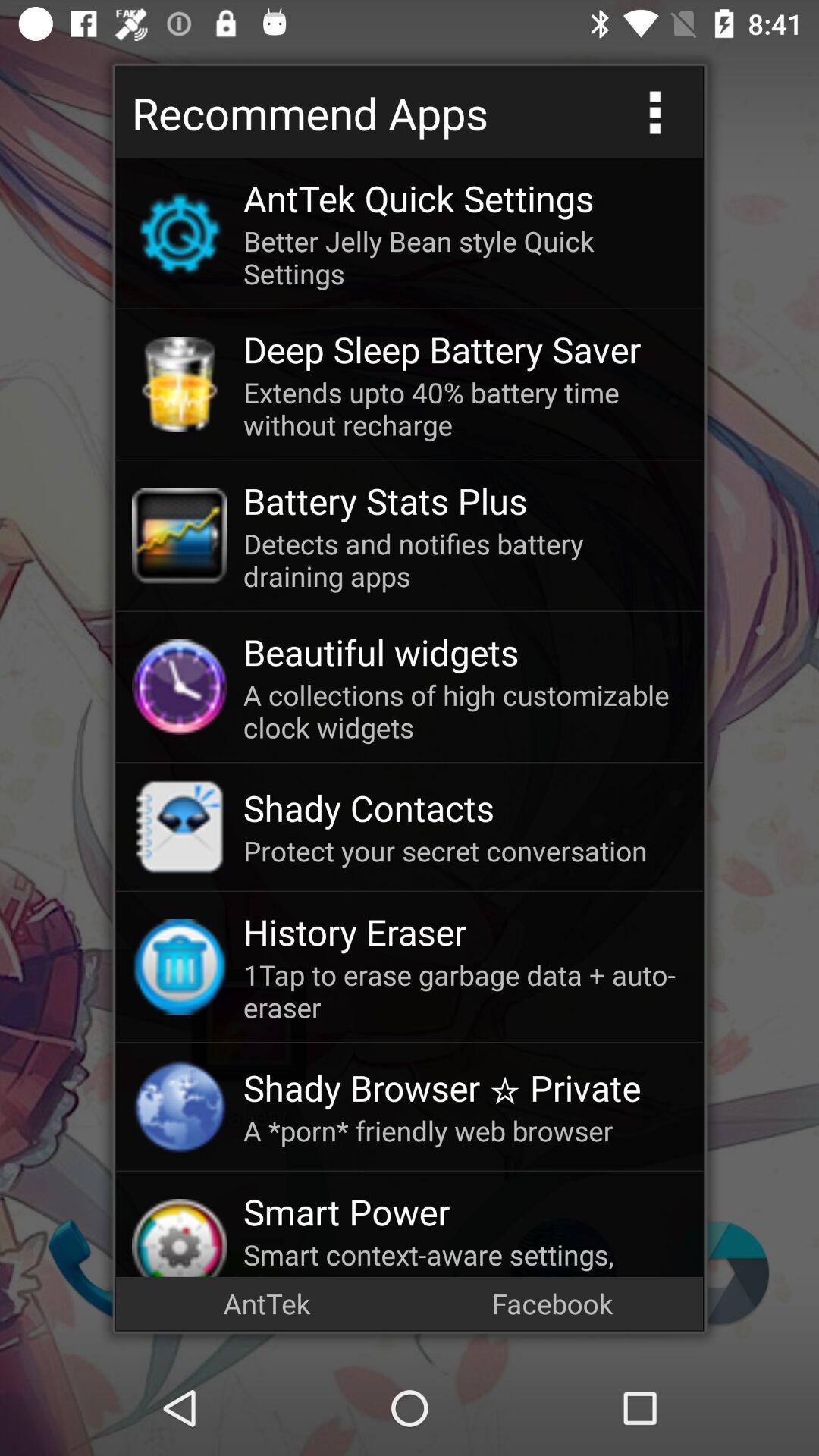 This screenshot has height=1456, width=819. Describe the element at coordinates (552, 1302) in the screenshot. I see `facebook icon` at that location.